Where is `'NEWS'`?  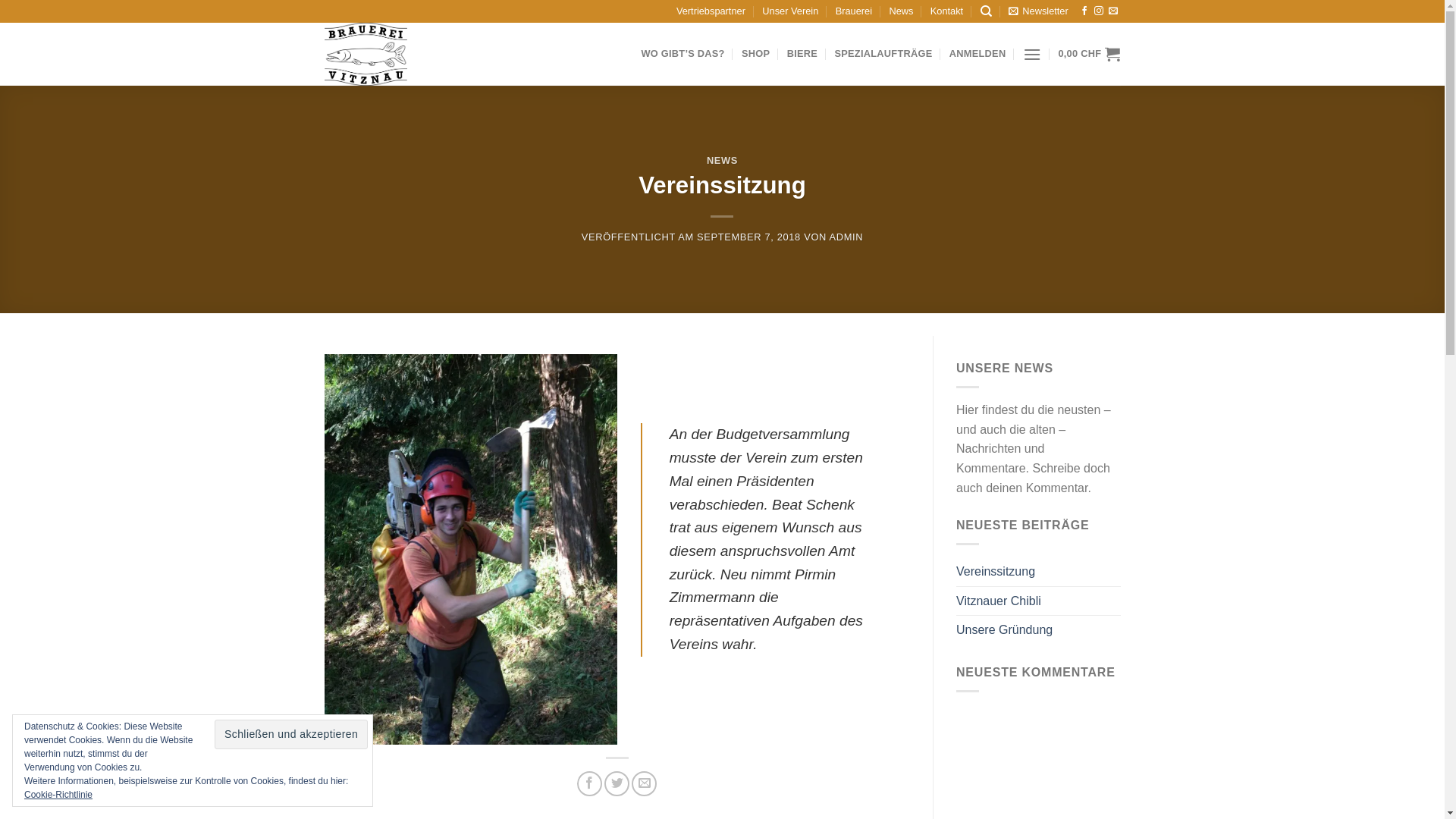 'NEWS' is located at coordinates (721, 160).